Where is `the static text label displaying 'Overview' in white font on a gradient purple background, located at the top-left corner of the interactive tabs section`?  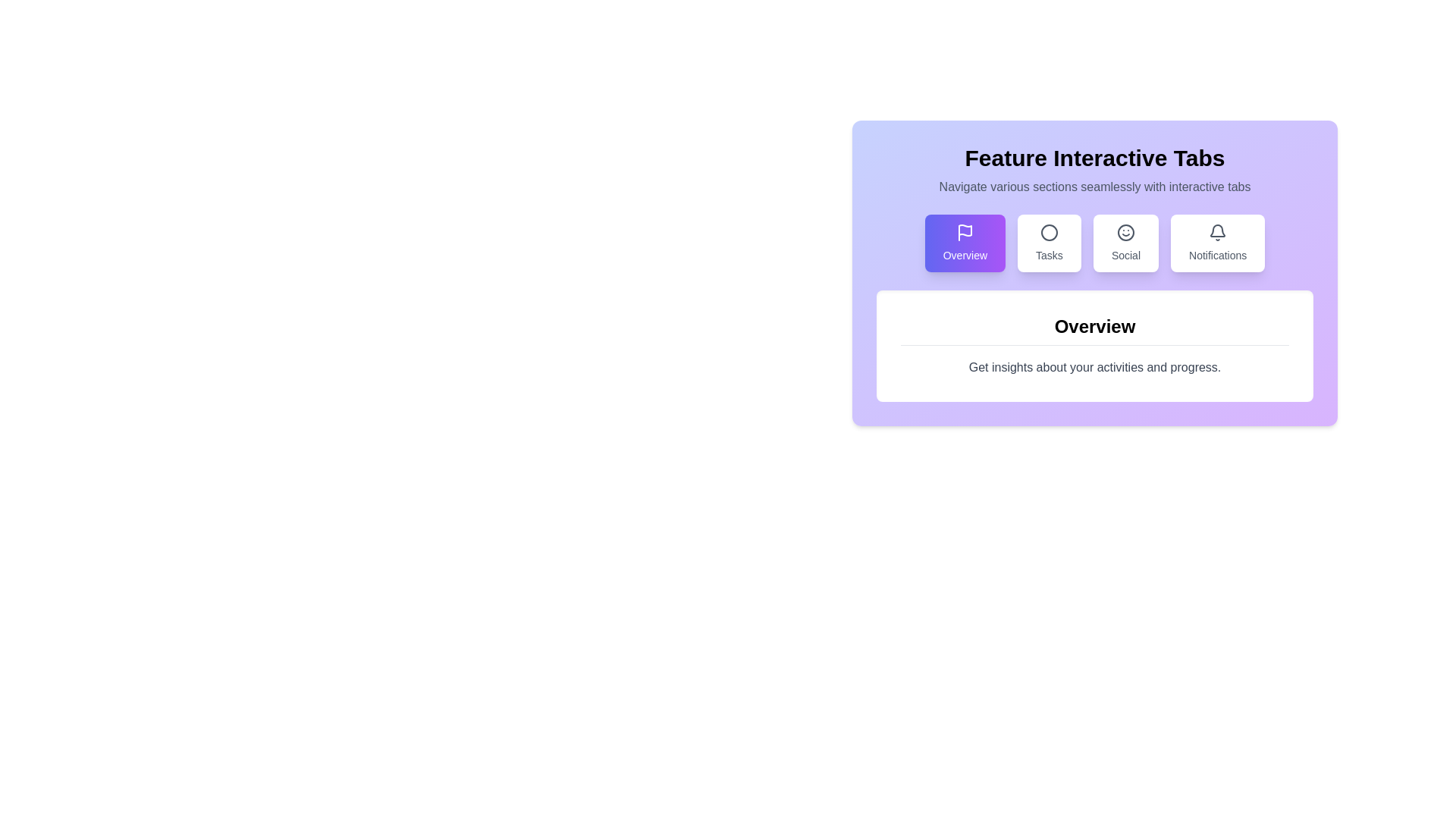
the static text label displaying 'Overview' in white font on a gradient purple background, located at the top-left corner of the interactive tabs section is located at coordinates (964, 254).